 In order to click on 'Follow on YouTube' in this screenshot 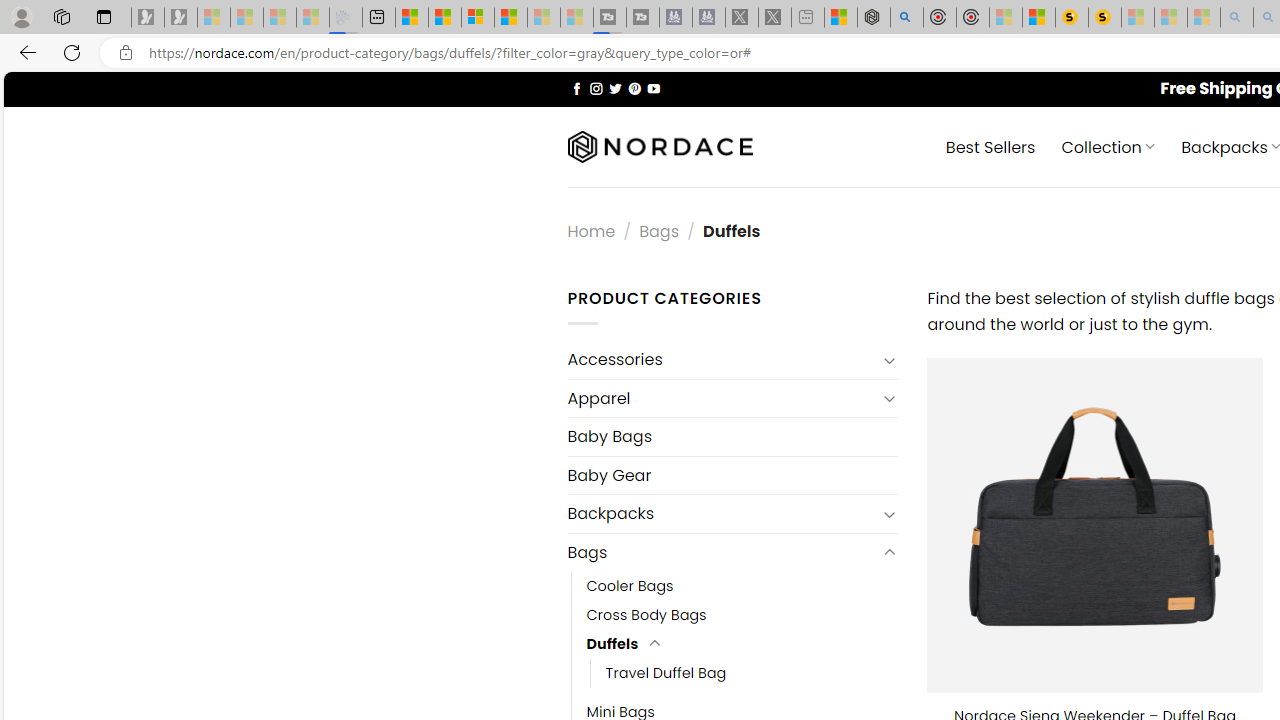, I will do `click(653, 87)`.